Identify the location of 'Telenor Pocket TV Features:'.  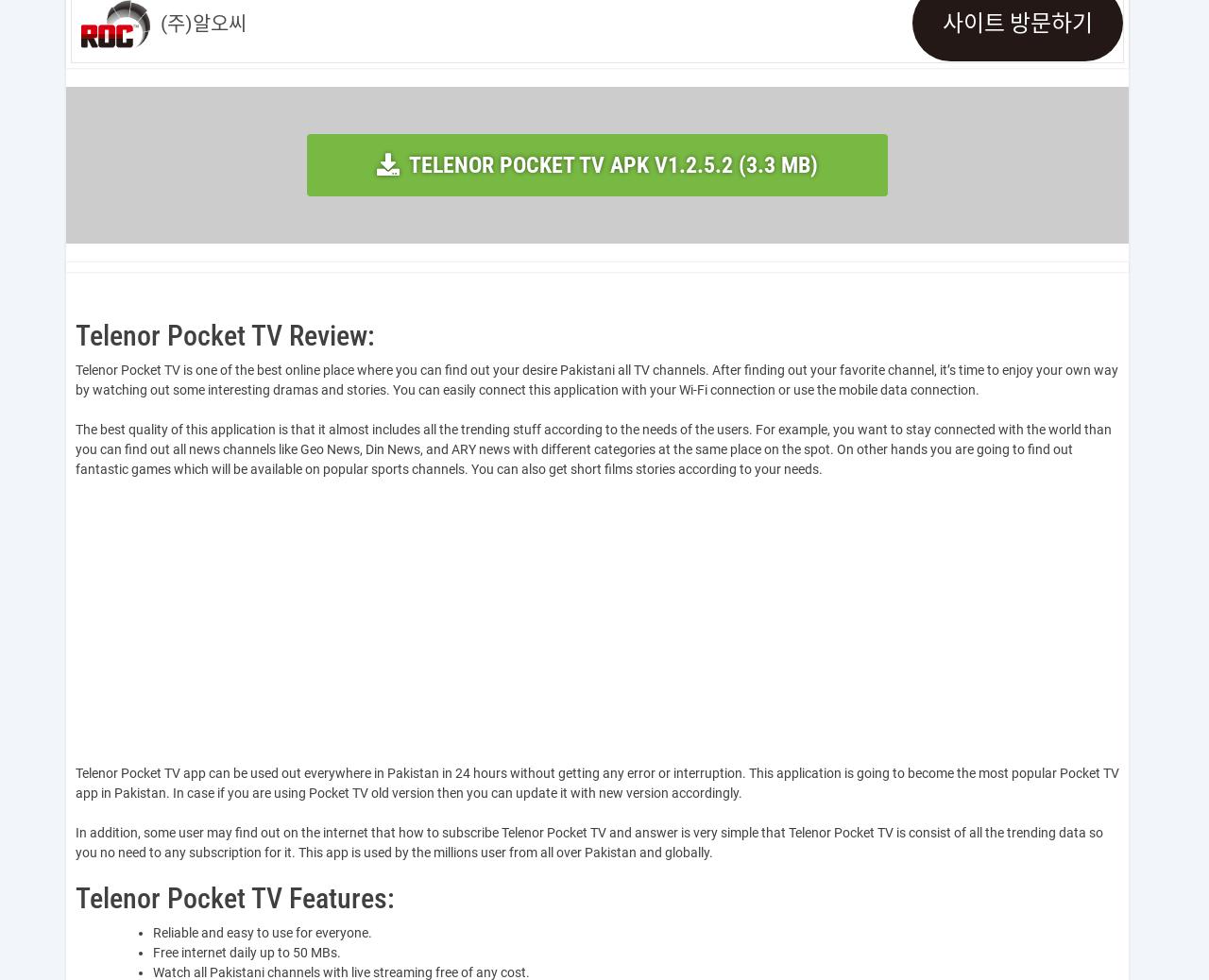
(233, 898).